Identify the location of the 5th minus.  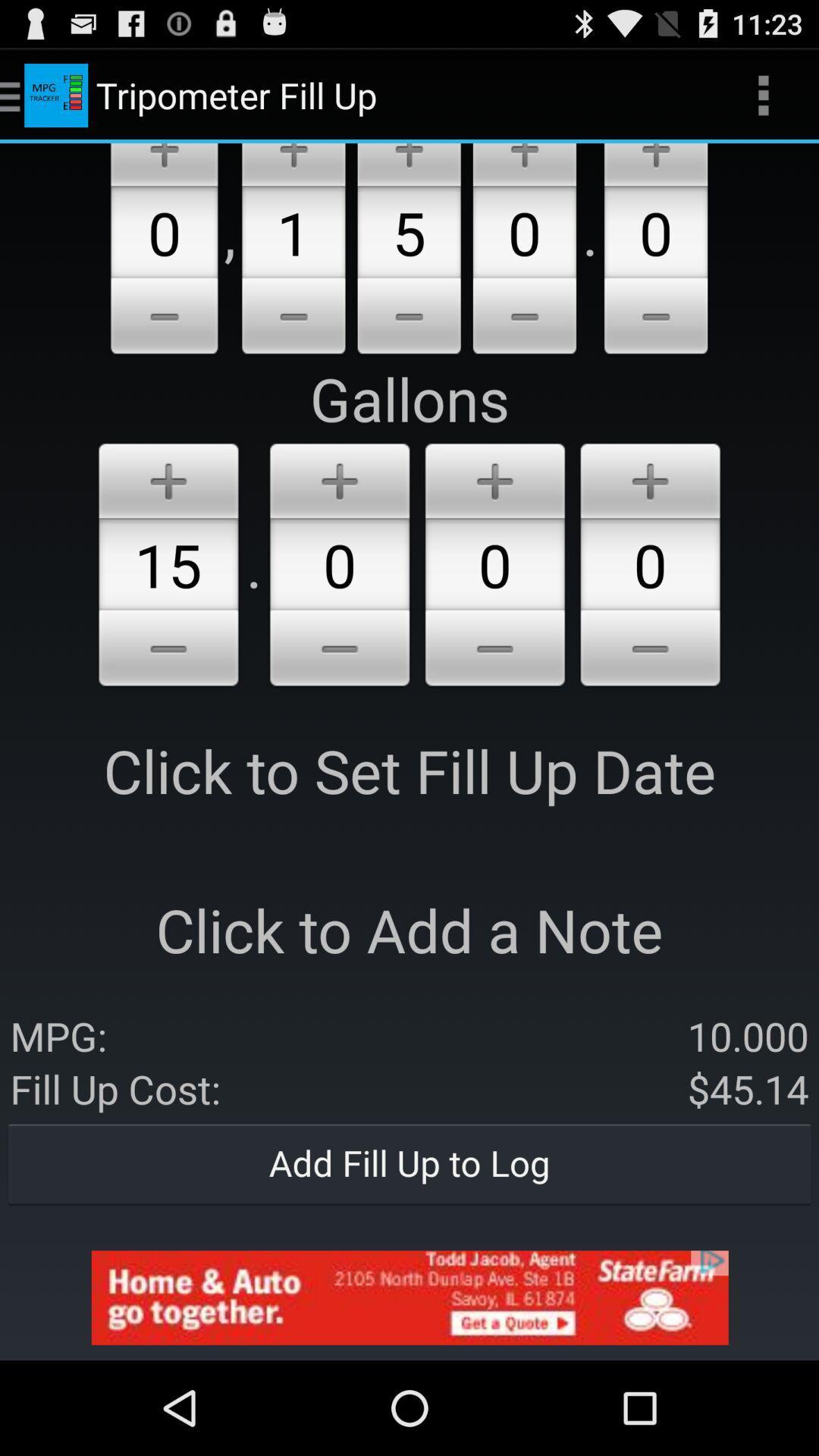
(654, 318).